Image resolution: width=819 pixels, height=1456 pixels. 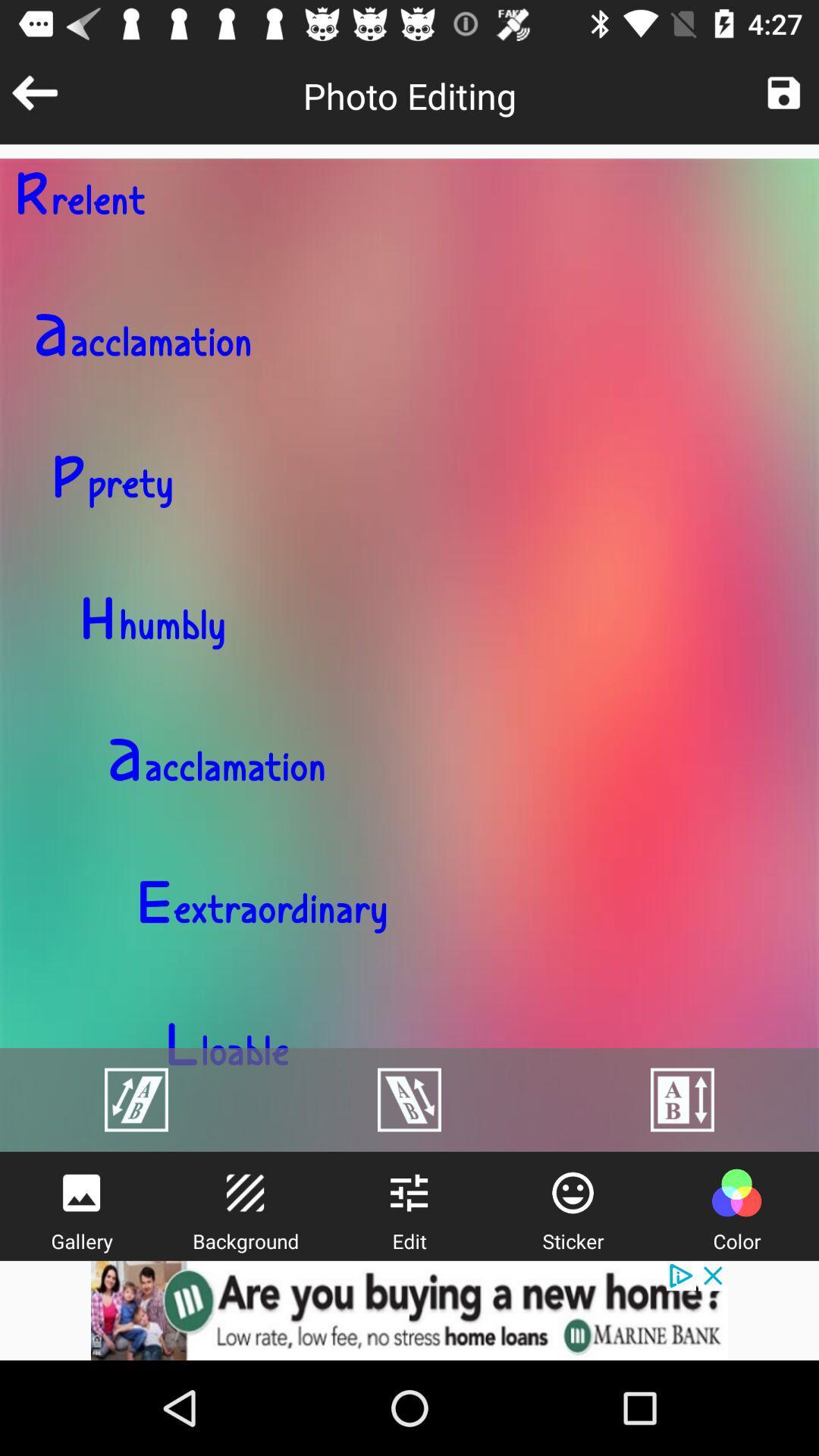 What do you see at coordinates (573, 1192) in the screenshot?
I see `pick sticker` at bounding box center [573, 1192].